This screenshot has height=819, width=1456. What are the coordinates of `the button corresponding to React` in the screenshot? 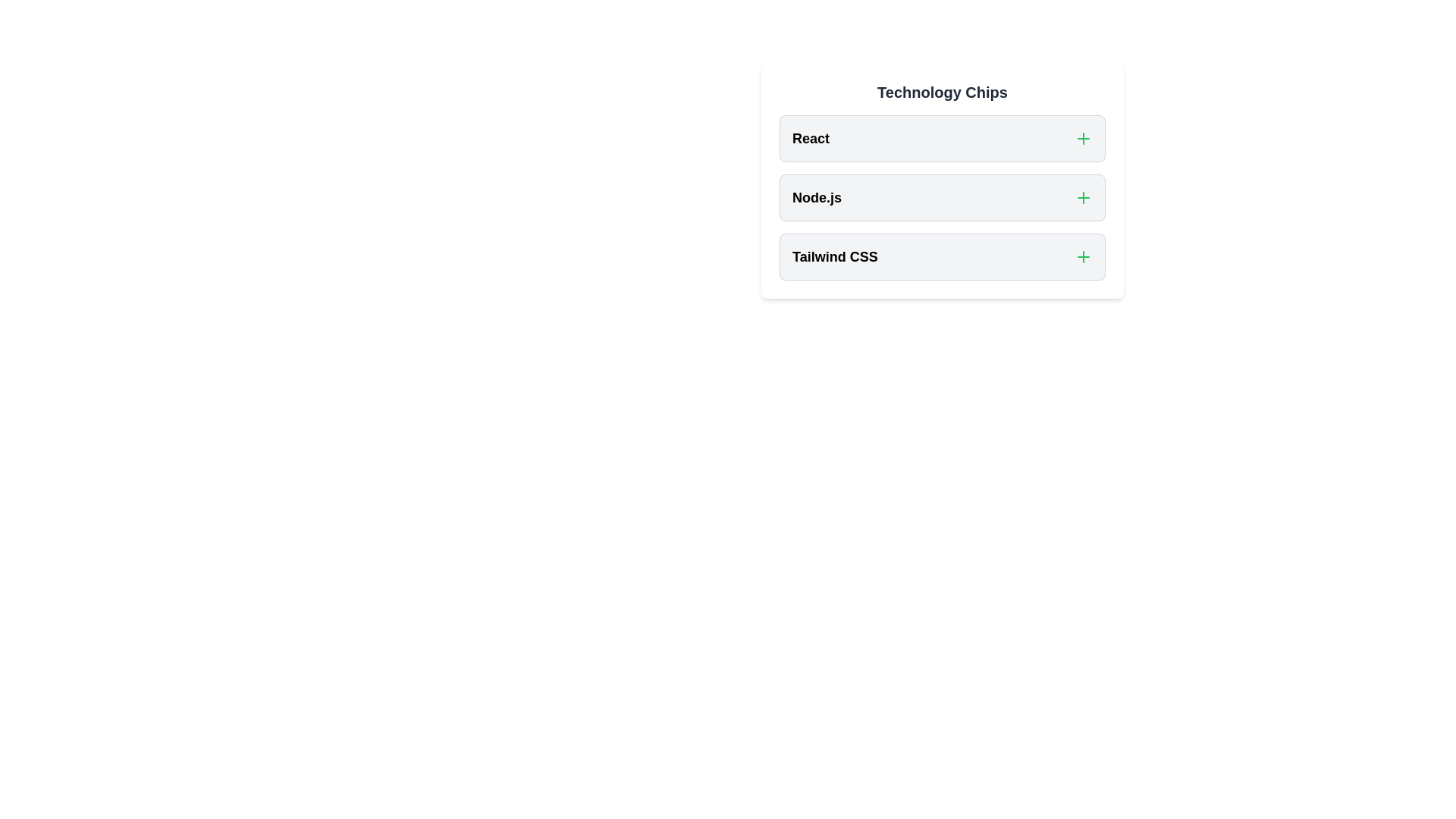 It's located at (1083, 138).